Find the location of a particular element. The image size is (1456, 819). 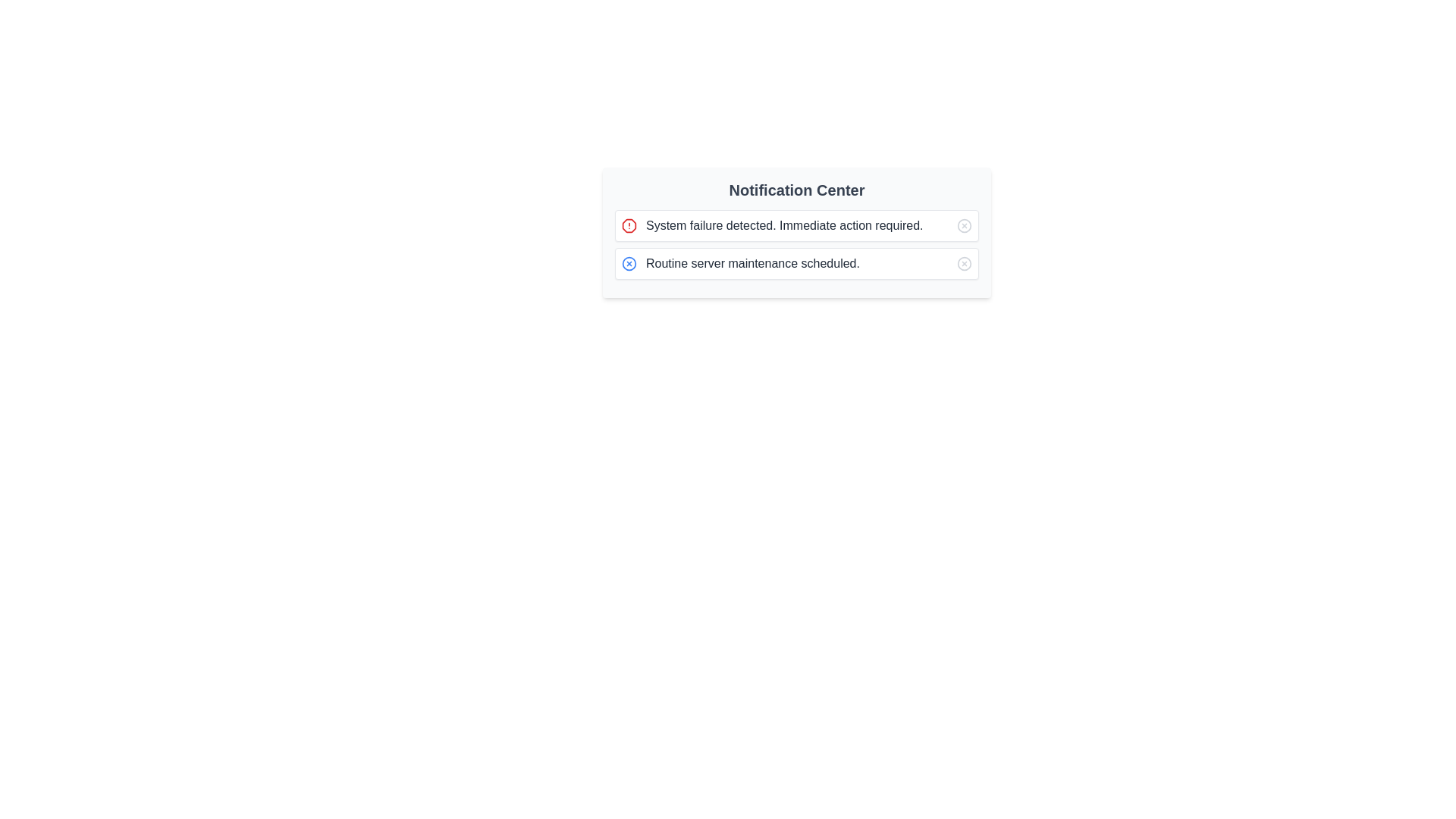

the circular graphical icon component with a sharp border located at the right end of the top notification row inside the notification center panel is located at coordinates (964, 225).